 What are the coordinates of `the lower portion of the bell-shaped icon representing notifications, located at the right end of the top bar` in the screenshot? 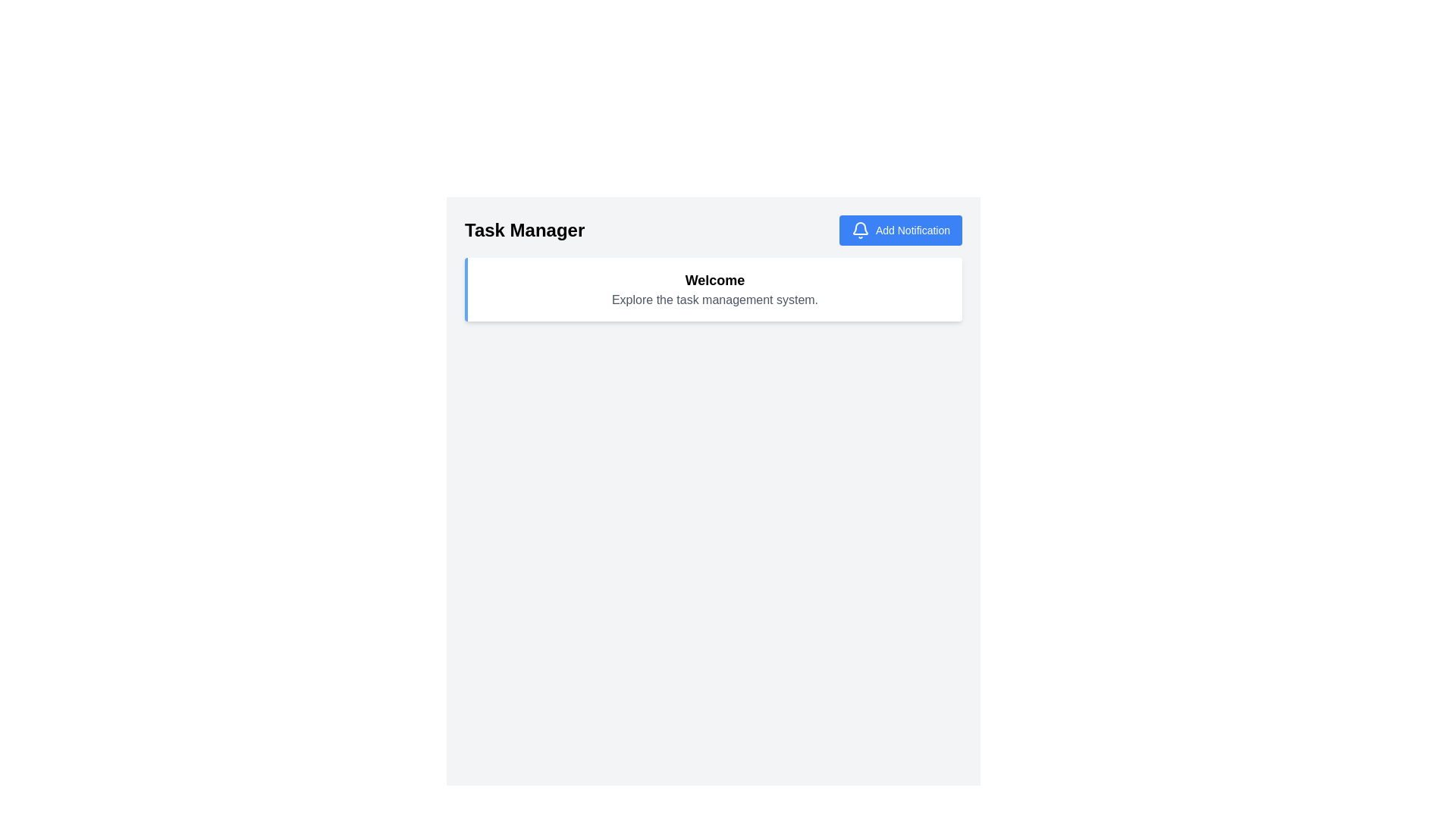 It's located at (860, 228).